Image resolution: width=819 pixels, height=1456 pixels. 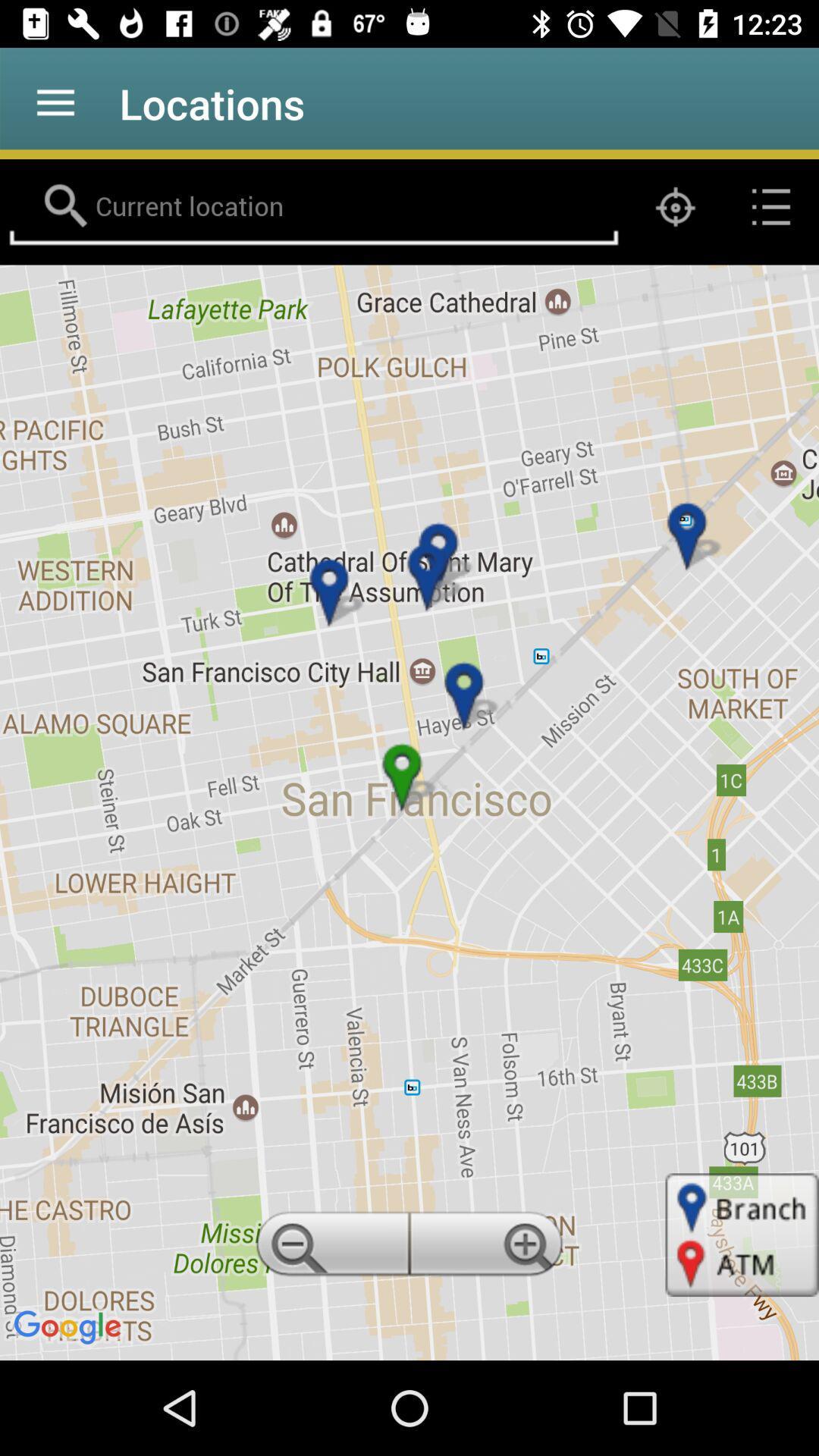 I want to click on item at the center, so click(x=409, y=811).